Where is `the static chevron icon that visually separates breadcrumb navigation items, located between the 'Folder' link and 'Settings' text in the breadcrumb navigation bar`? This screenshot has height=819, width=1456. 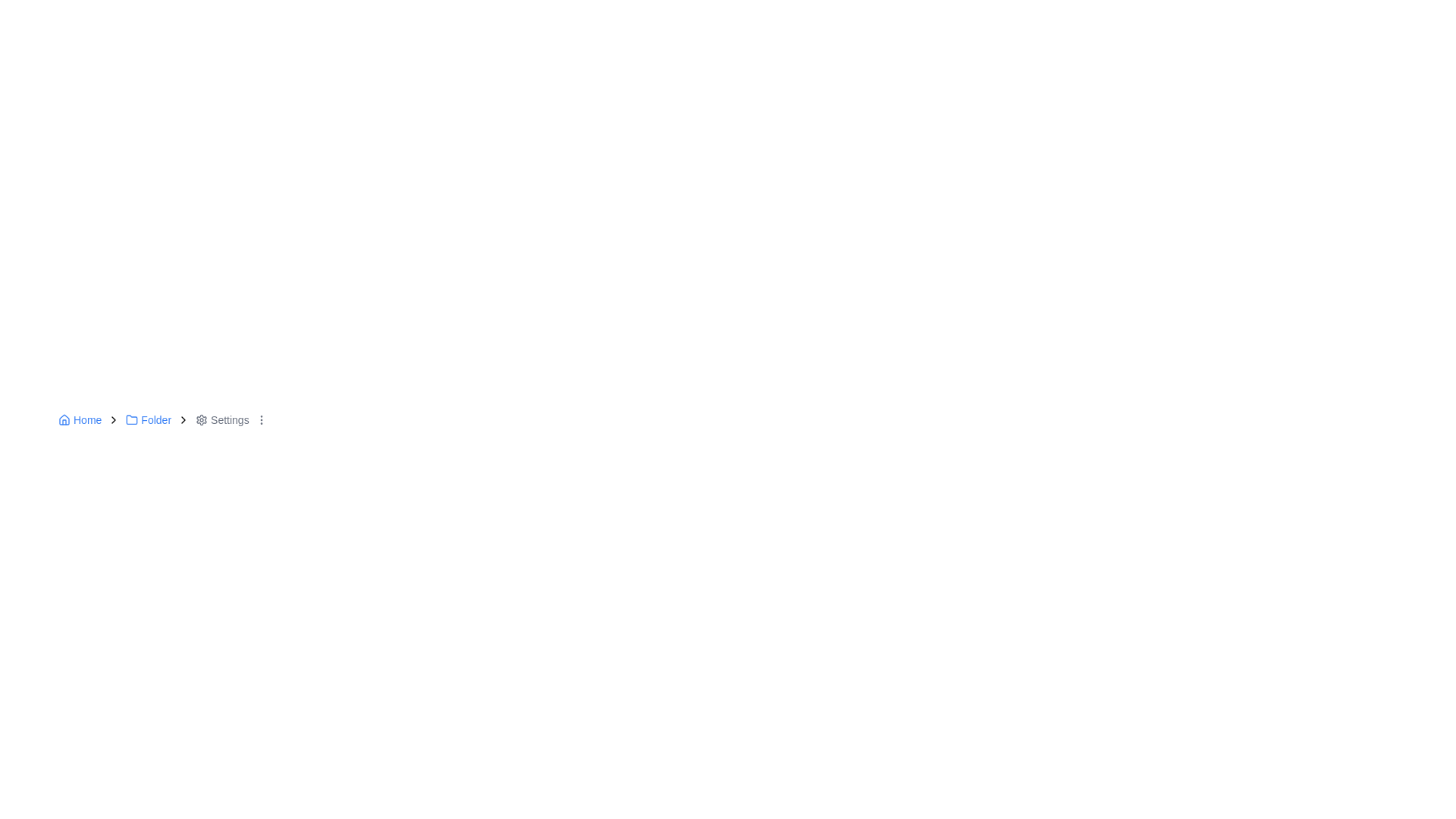
the static chevron icon that visually separates breadcrumb navigation items, located between the 'Folder' link and 'Settings' text in the breadcrumb navigation bar is located at coordinates (183, 420).